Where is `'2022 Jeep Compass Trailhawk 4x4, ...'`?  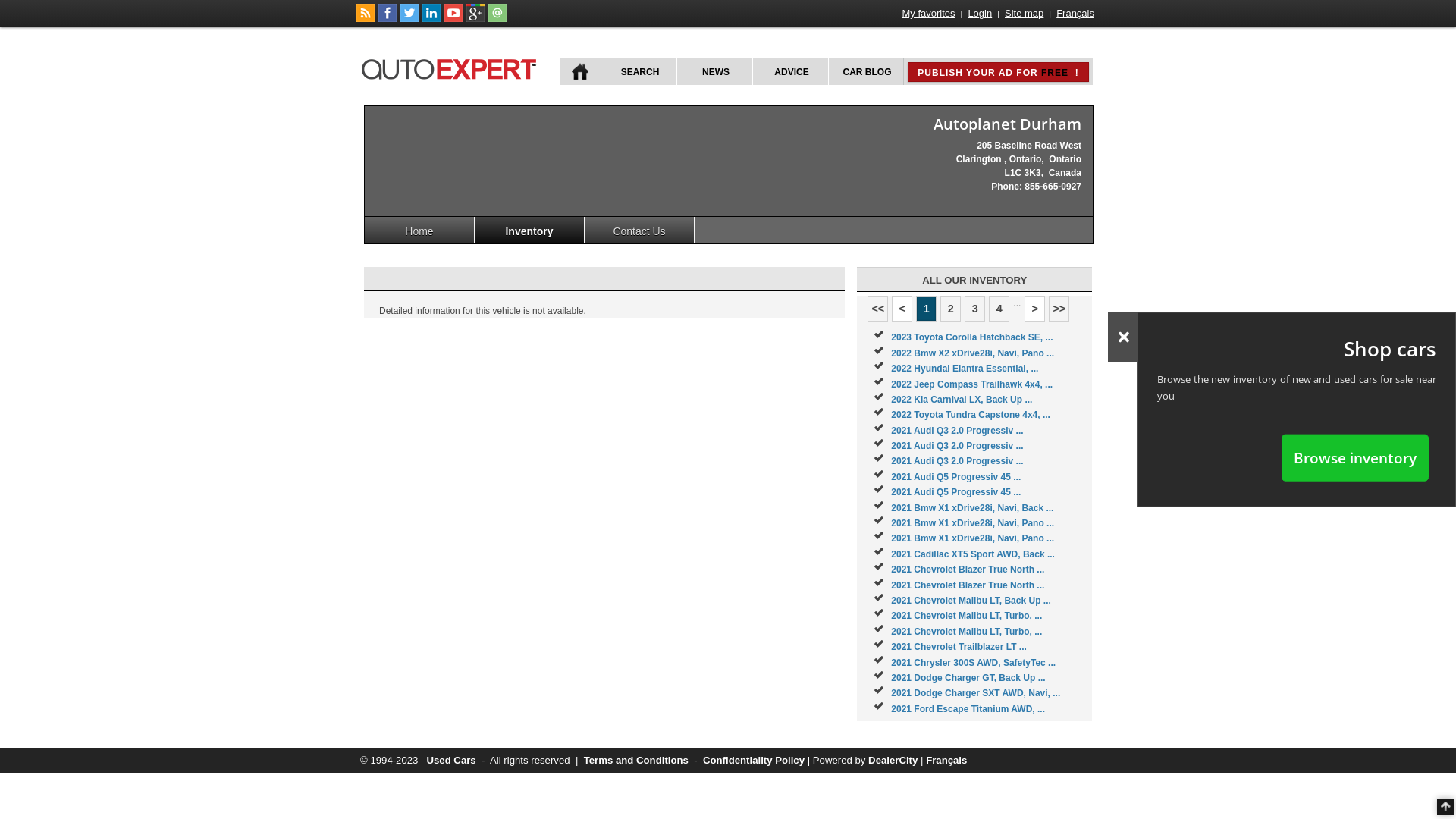
'2022 Jeep Compass Trailhawk 4x4, ...' is located at coordinates (891, 383).